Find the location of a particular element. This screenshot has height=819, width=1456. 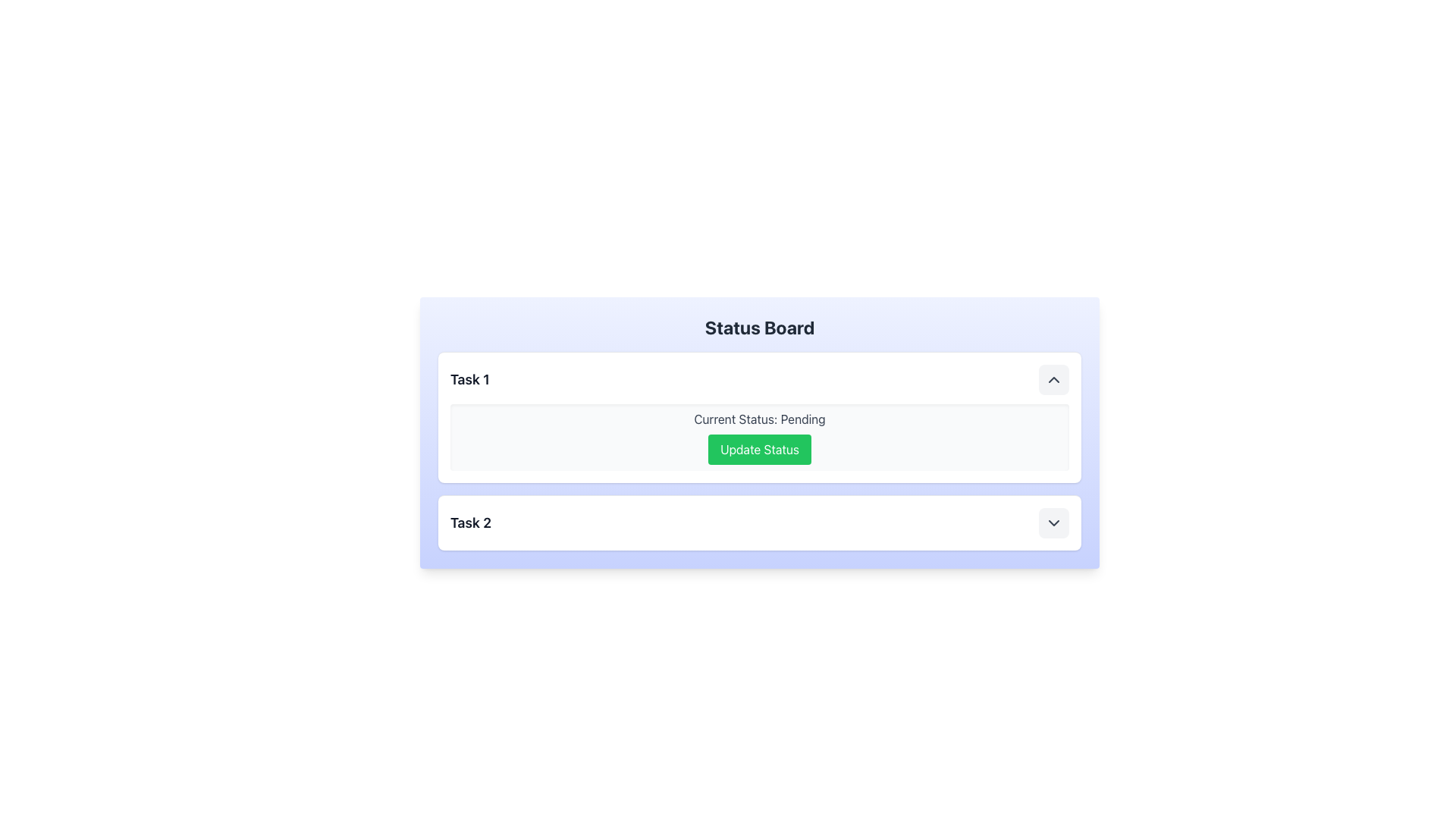

the button that updates the status of Task 1, located within the box titled 'Task 1', below 'Current Status: Pending' is located at coordinates (760, 449).